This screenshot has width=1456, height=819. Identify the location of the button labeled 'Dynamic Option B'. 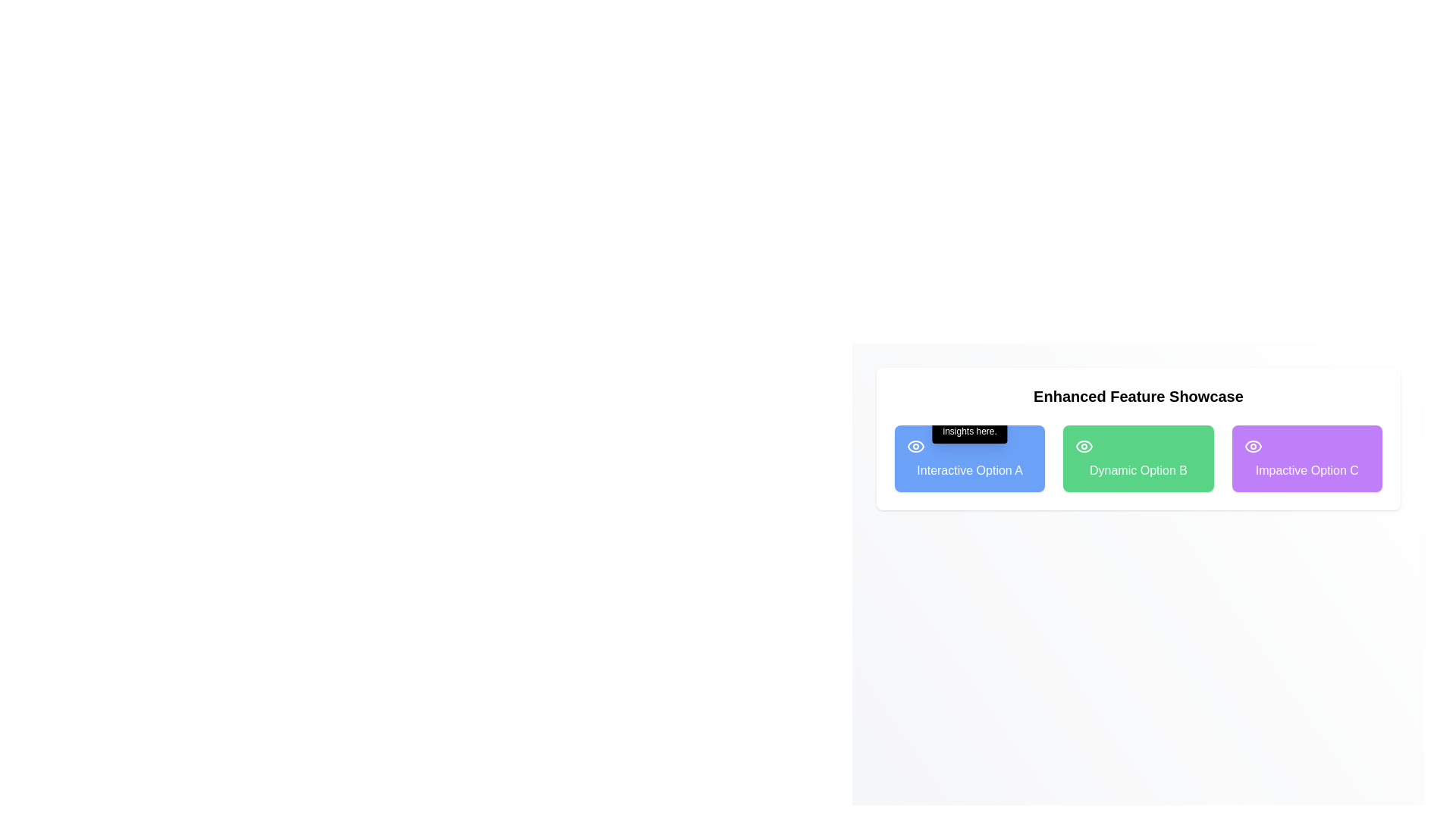
(1138, 438).